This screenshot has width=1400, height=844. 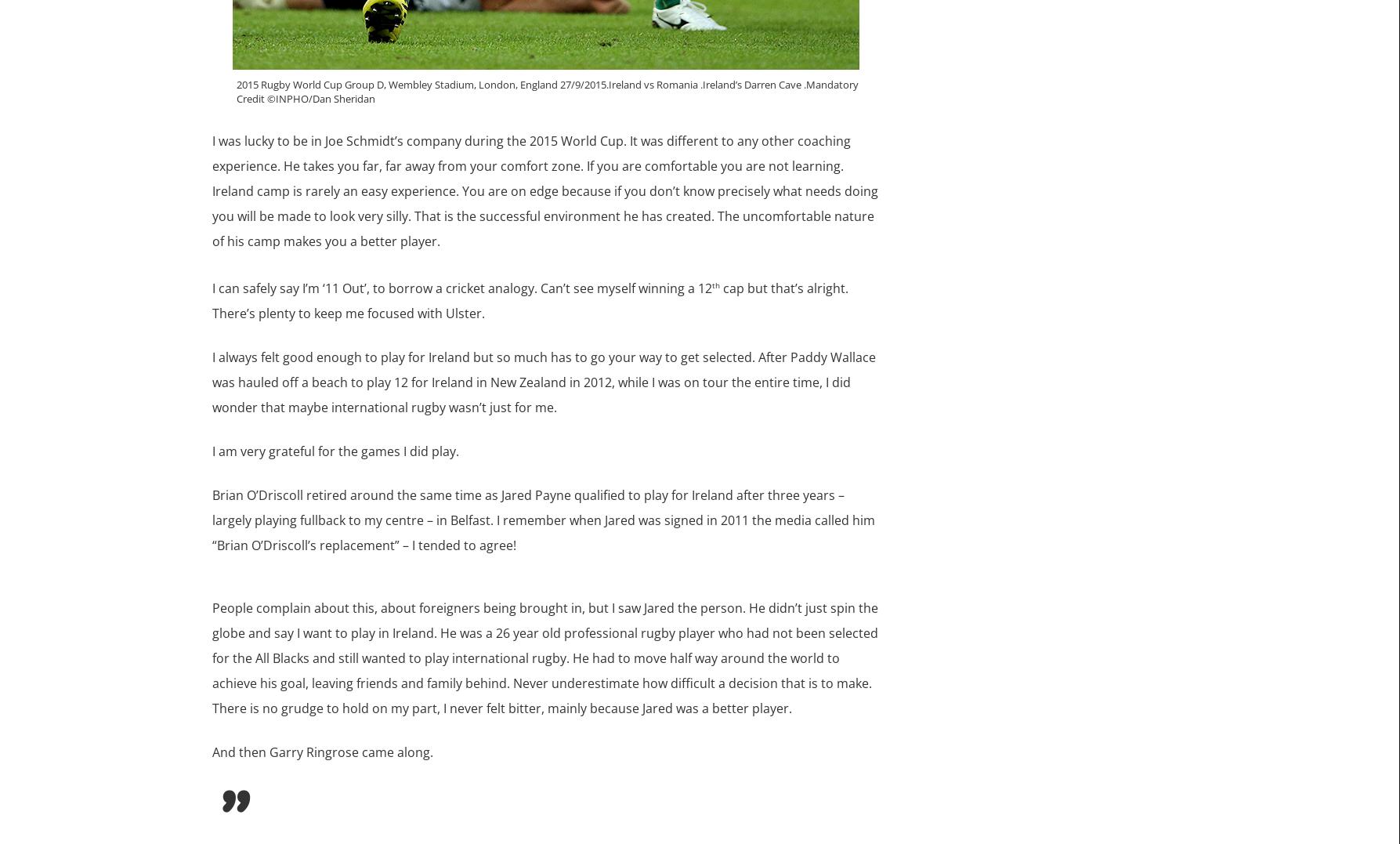 I want to click on 'I was lucky to be in Joe Schmidt’s company during the 2015 World Cup. It was different to any other coaching experience. He takes you far, far away from your comfort zone. If you are comfortable you are not learning. Ireland camp is rarely an easy experience. You are on edge because if you don’t know precisely what needs doing you will be made to look very silly. That is the successful environment he has created. The uncomfortable nature of his camp makes you a better player.', so click(x=543, y=191).